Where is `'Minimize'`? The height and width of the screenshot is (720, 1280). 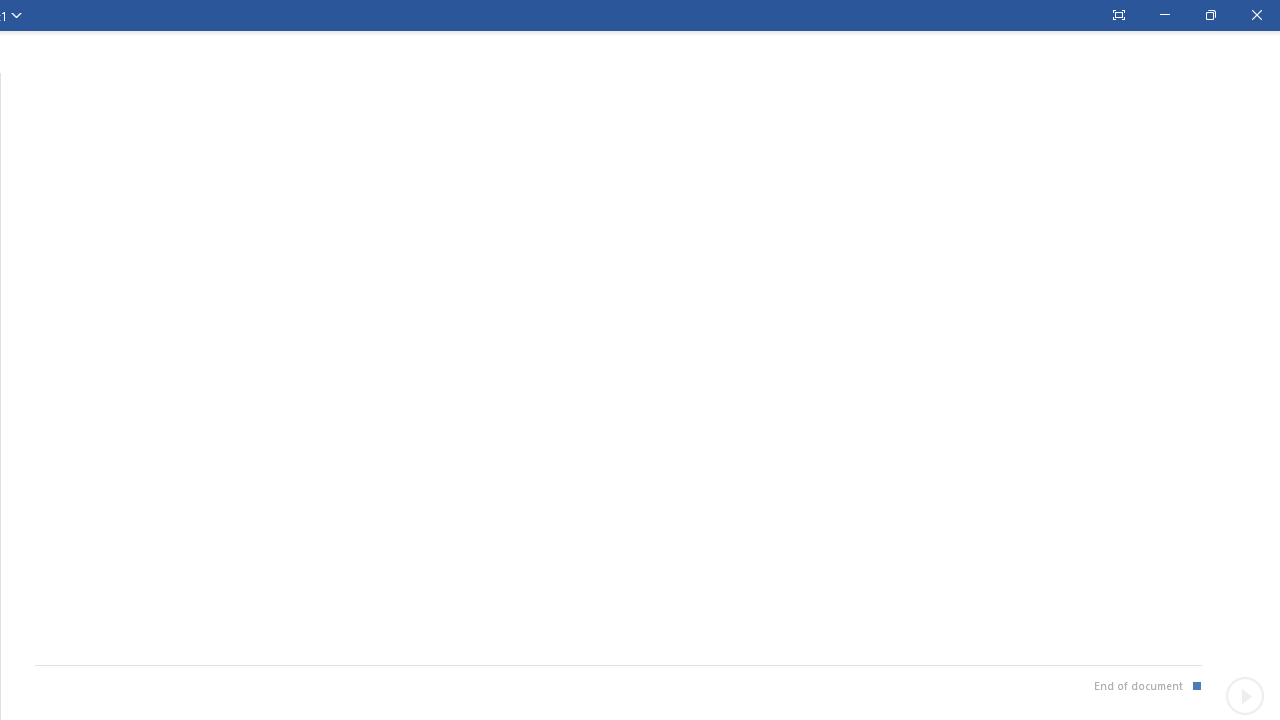 'Minimize' is located at coordinates (1164, 15).